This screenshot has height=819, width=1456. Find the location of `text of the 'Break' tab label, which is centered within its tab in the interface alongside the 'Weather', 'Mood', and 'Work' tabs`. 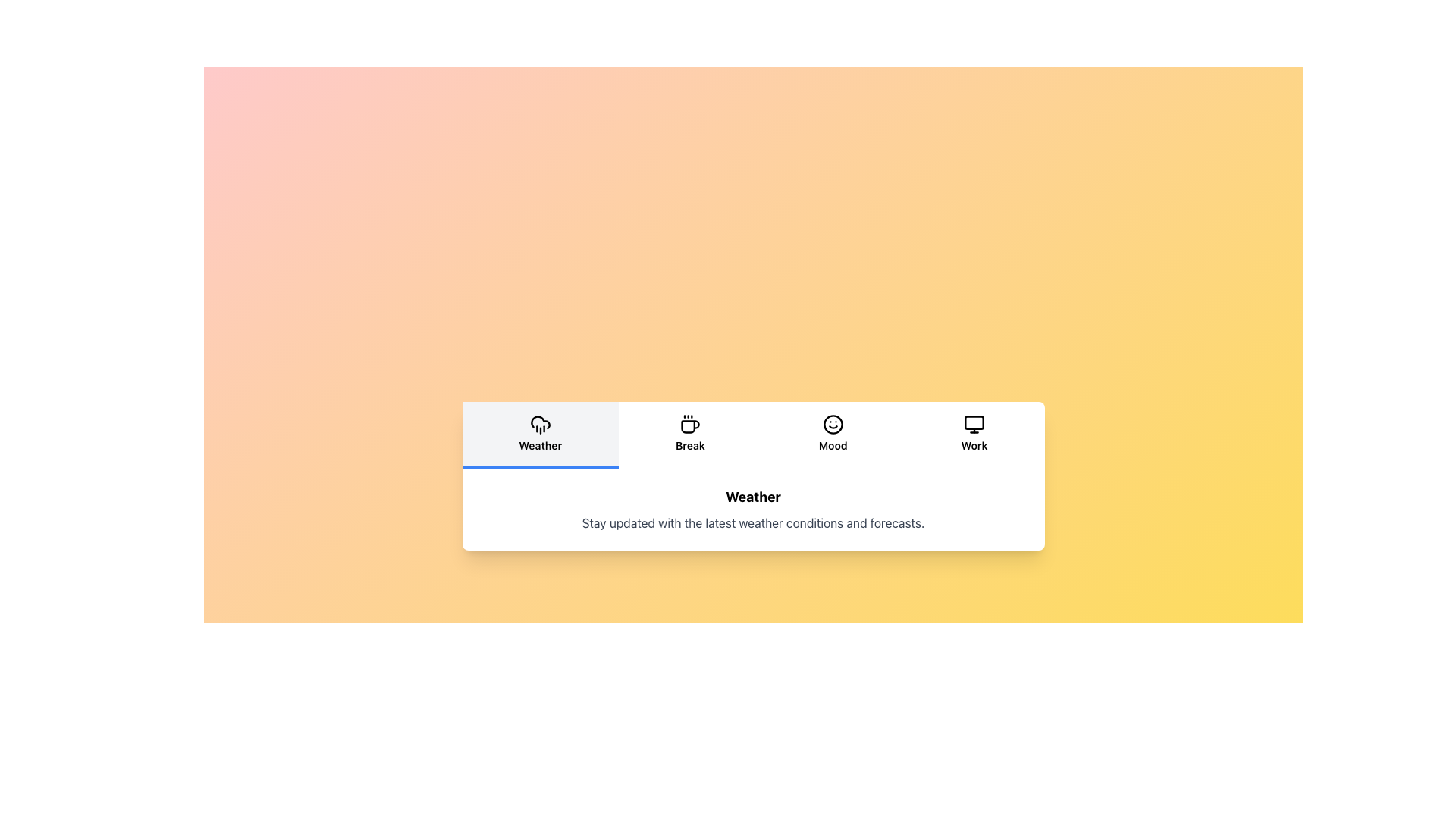

text of the 'Break' tab label, which is centered within its tab in the interface alongside the 'Weather', 'Mood', and 'Work' tabs is located at coordinates (689, 444).